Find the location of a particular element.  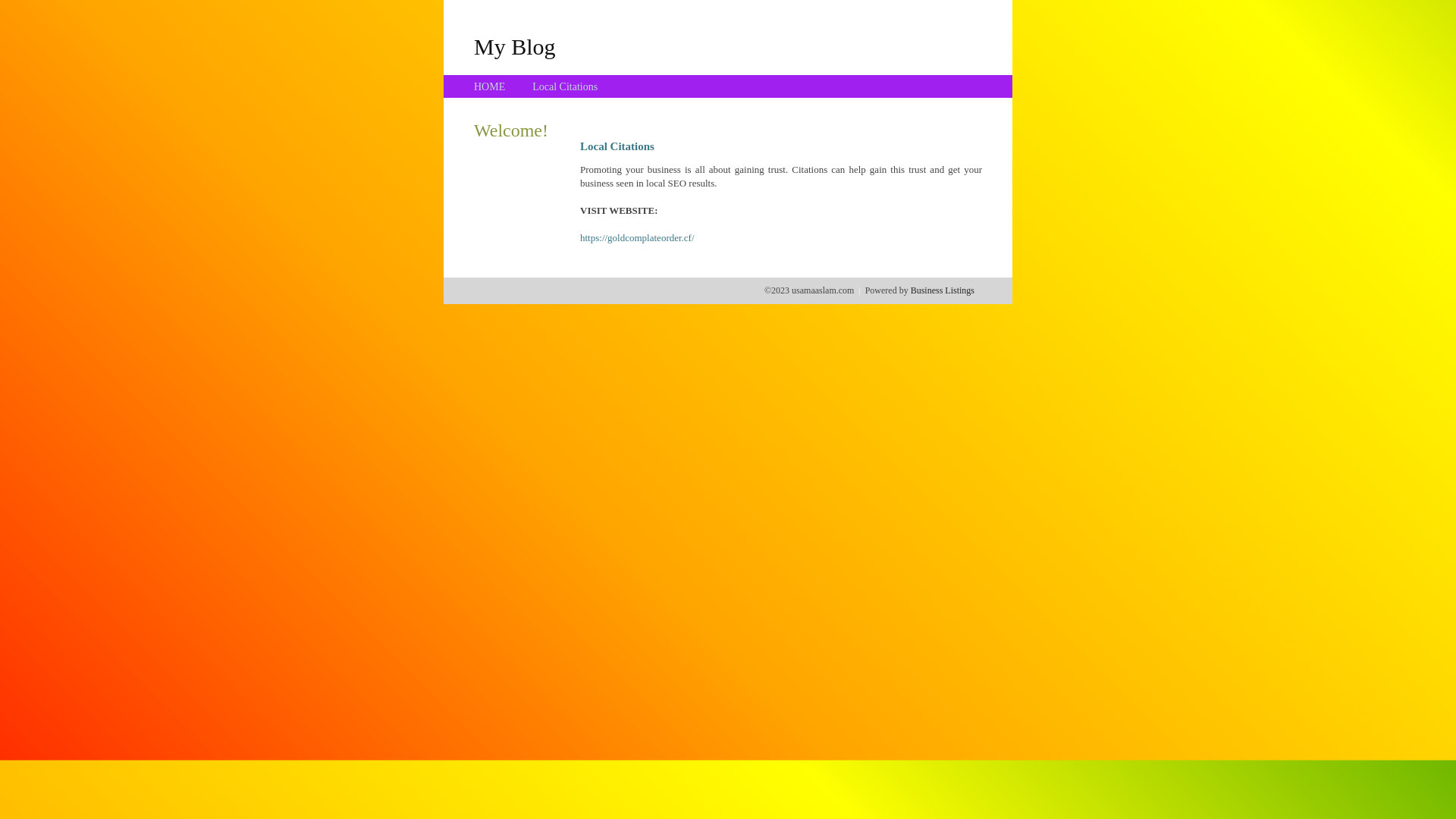

'My Blog' is located at coordinates (514, 45).